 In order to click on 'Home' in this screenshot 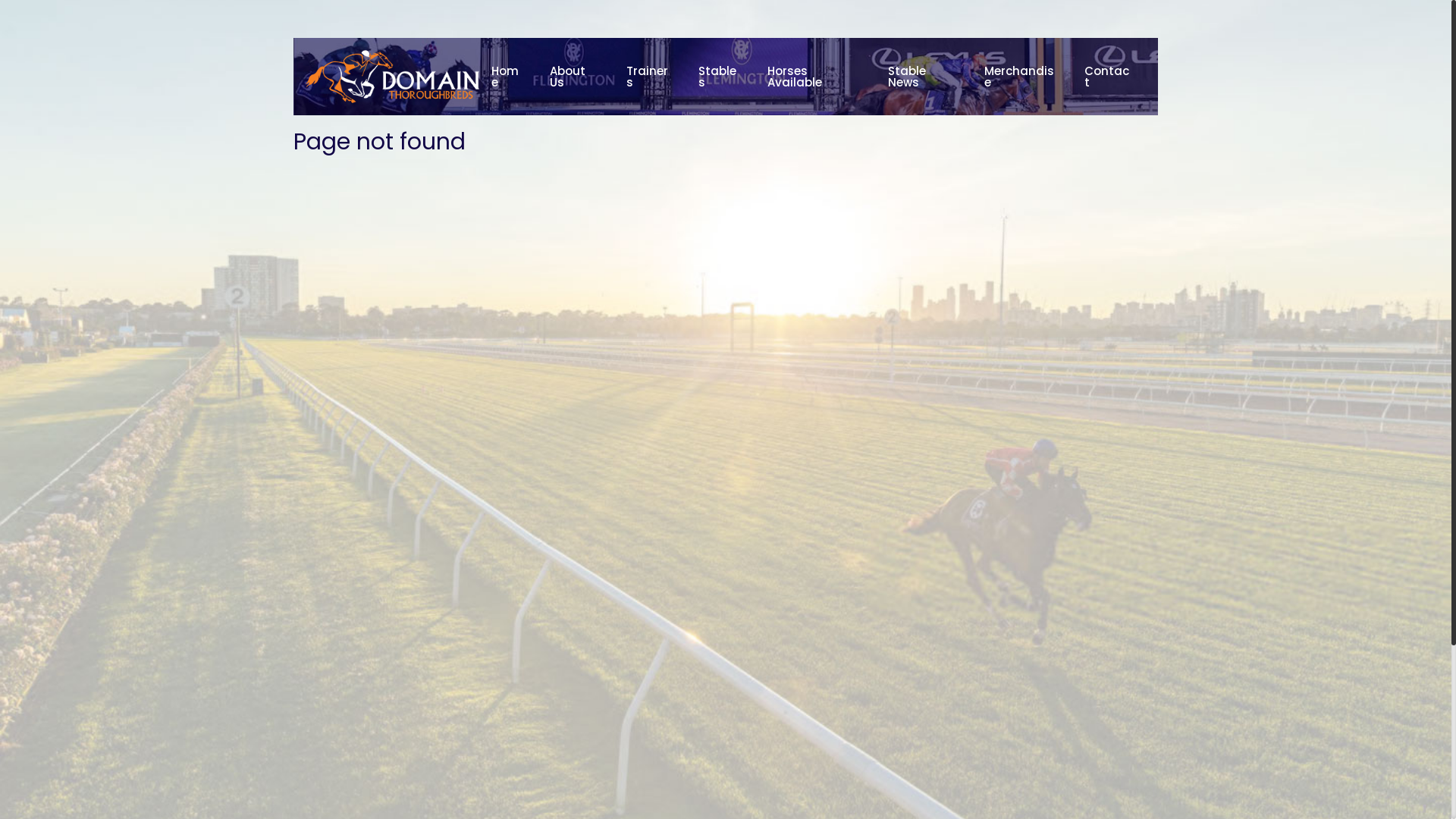, I will do `click(508, 76)`.